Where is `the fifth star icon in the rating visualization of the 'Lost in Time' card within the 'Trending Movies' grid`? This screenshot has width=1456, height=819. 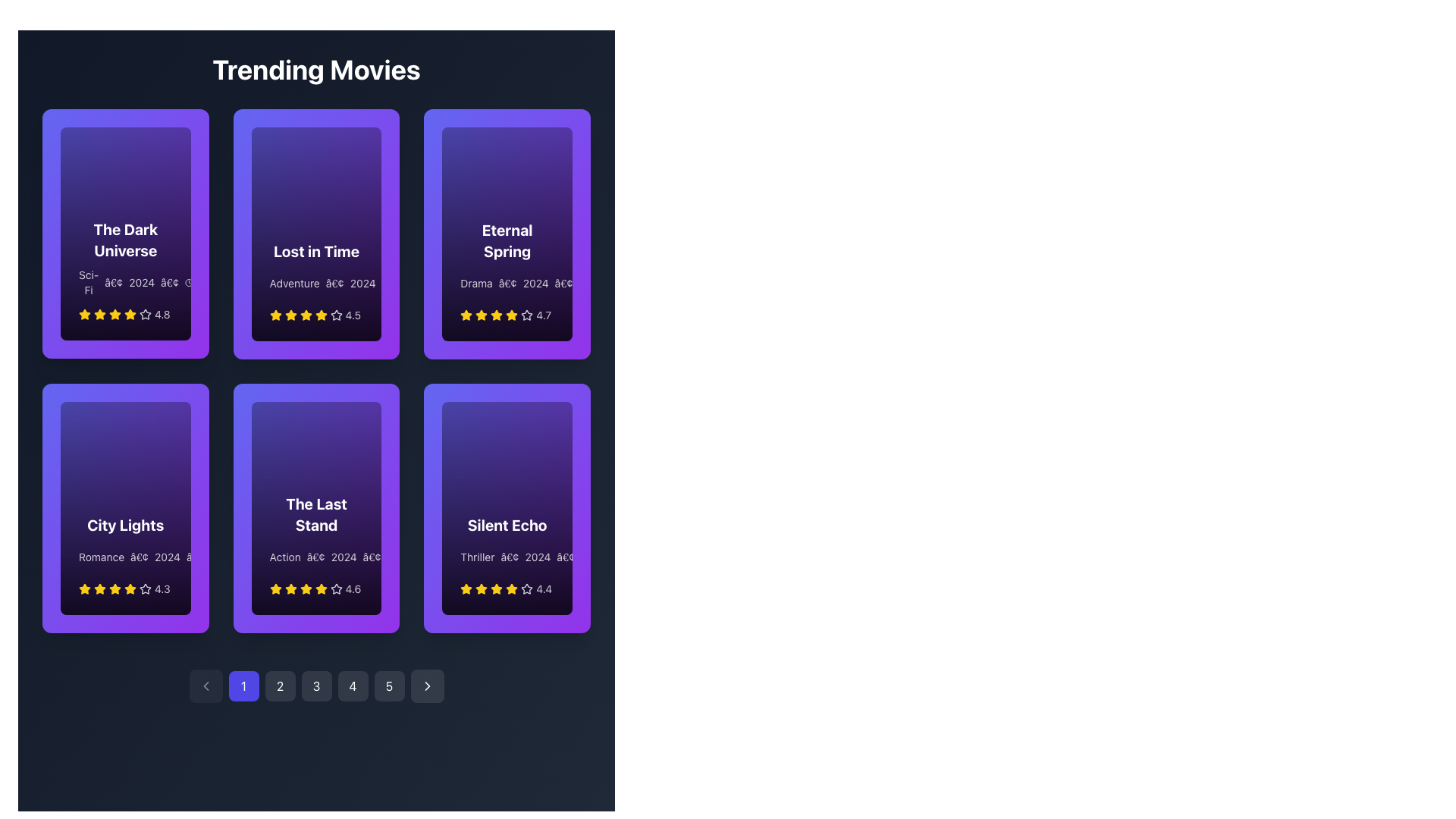
the fifth star icon in the rating visualization of the 'Lost in Time' card within the 'Trending Movies' grid is located at coordinates (320, 314).